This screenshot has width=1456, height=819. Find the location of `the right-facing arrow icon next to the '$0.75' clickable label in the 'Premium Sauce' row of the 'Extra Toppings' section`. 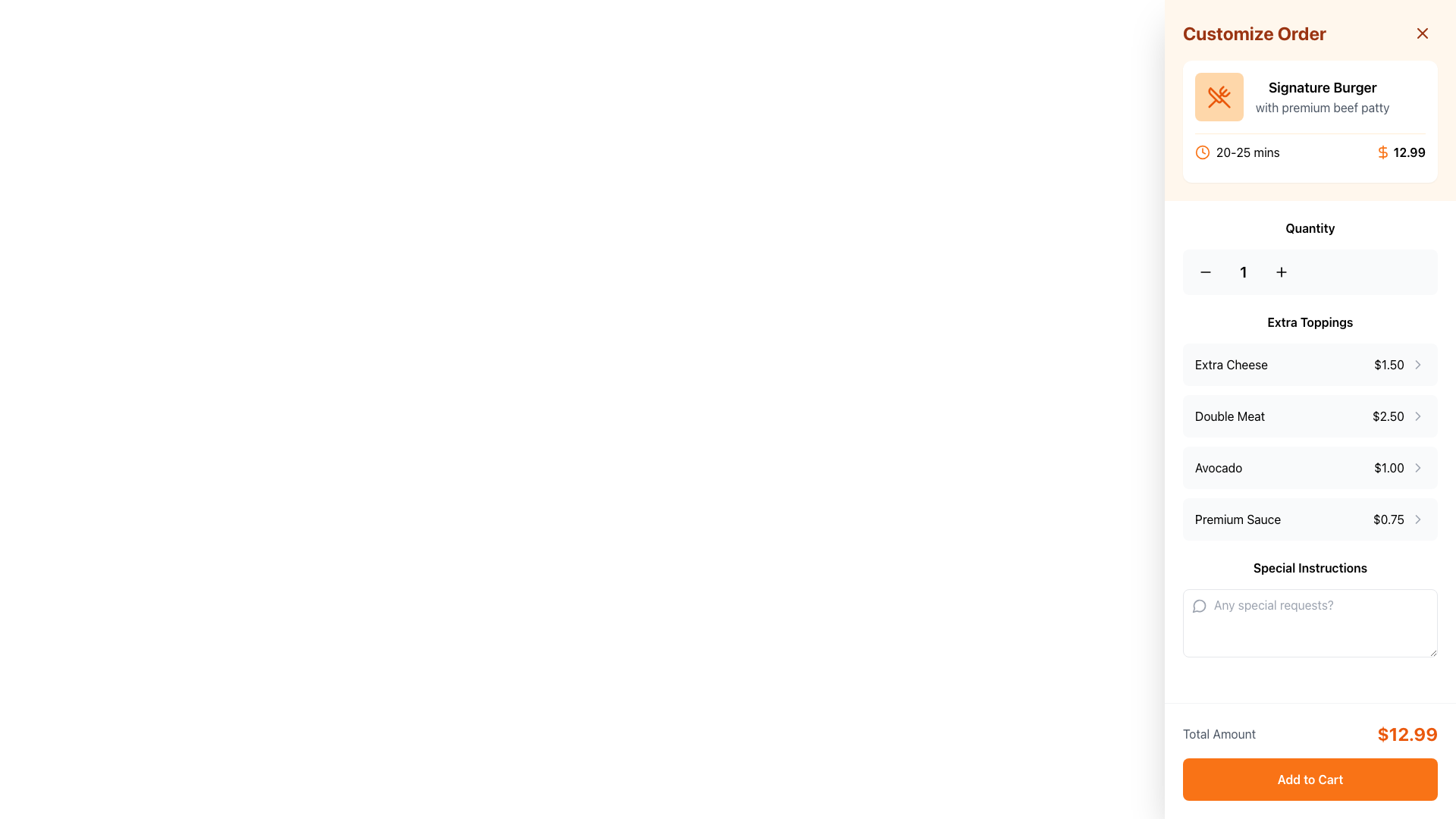

the right-facing arrow icon next to the '$0.75' clickable label in the 'Premium Sauce' row of the 'Extra Toppings' section is located at coordinates (1398, 519).